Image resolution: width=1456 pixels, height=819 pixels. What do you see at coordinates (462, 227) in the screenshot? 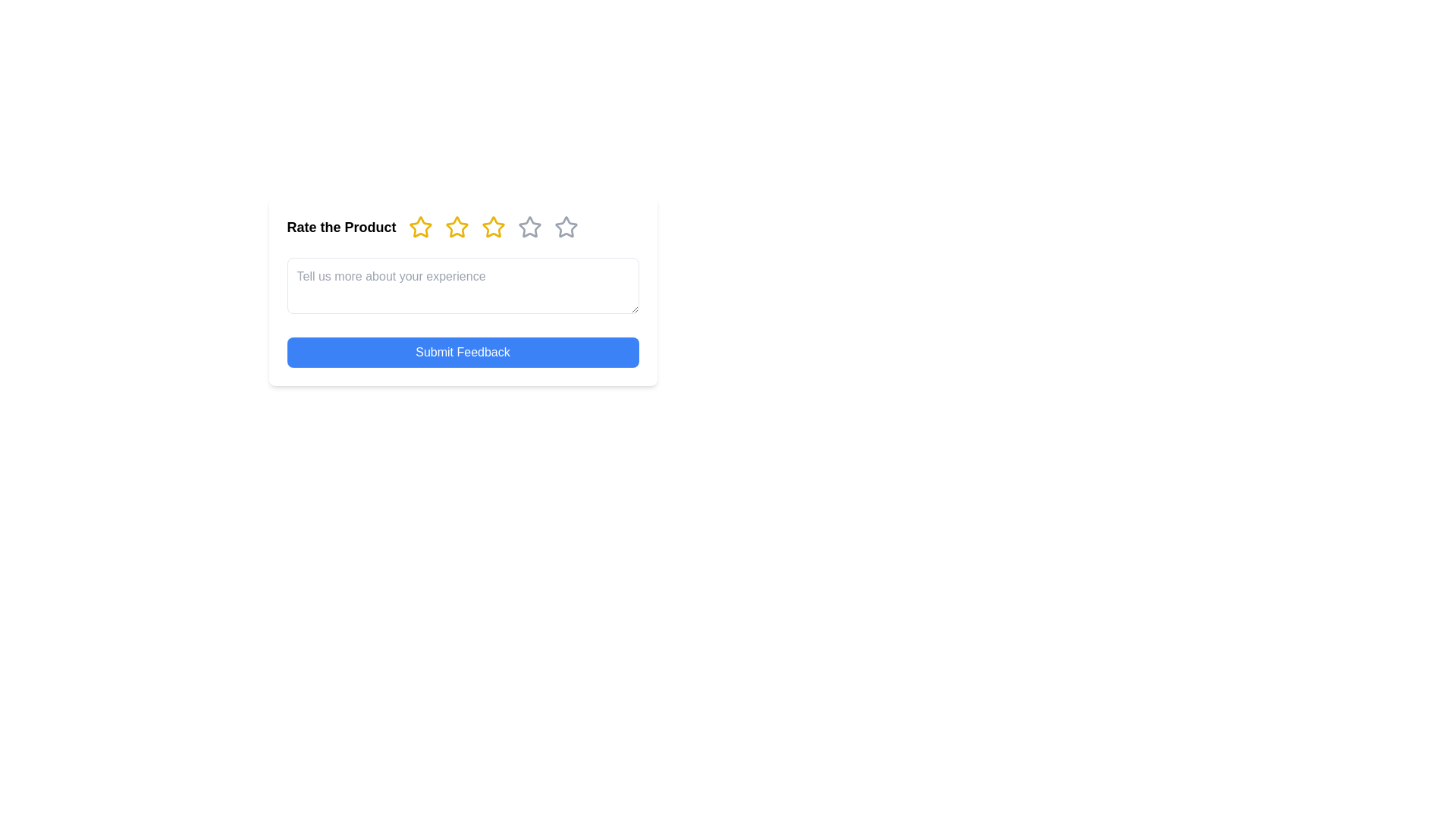
I see `a star in the Rating Widget positioned at the top of the feedback form` at bounding box center [462, 227].